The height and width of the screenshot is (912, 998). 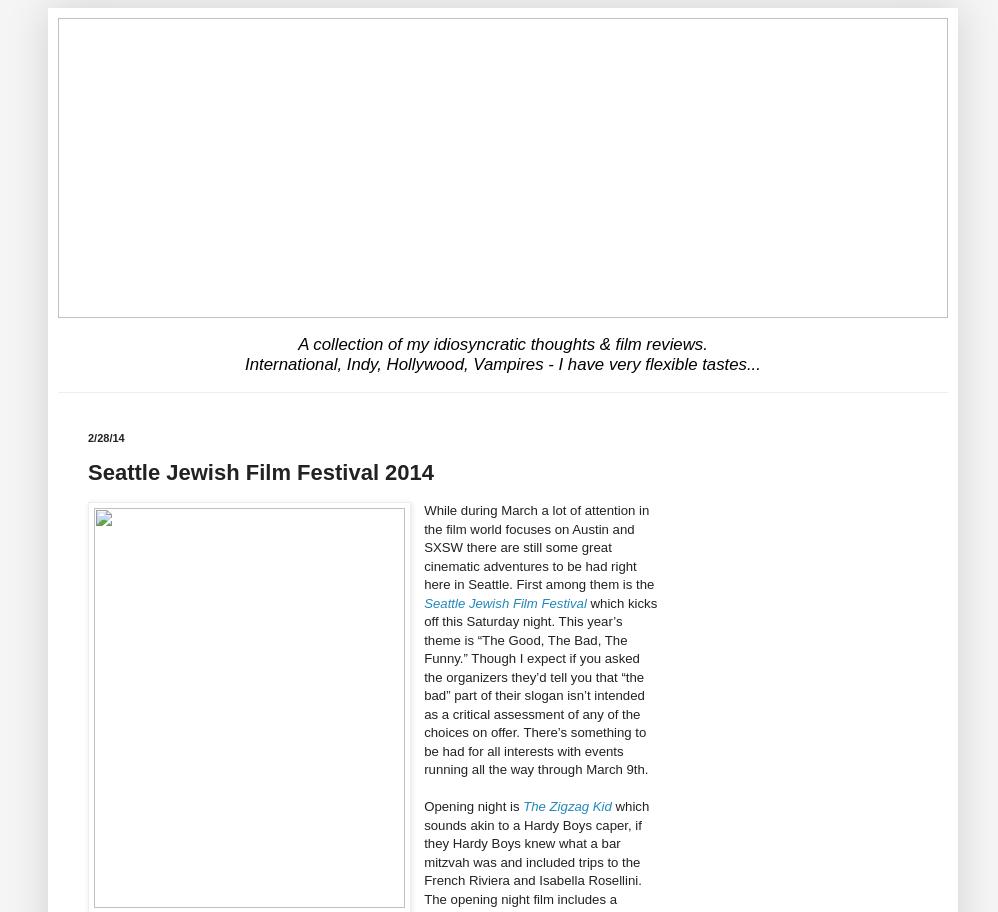 What do you see at coordinates (640, 362) in the screenshot?
I see `'flexible tastes...'` at bounding box center [640, 362].